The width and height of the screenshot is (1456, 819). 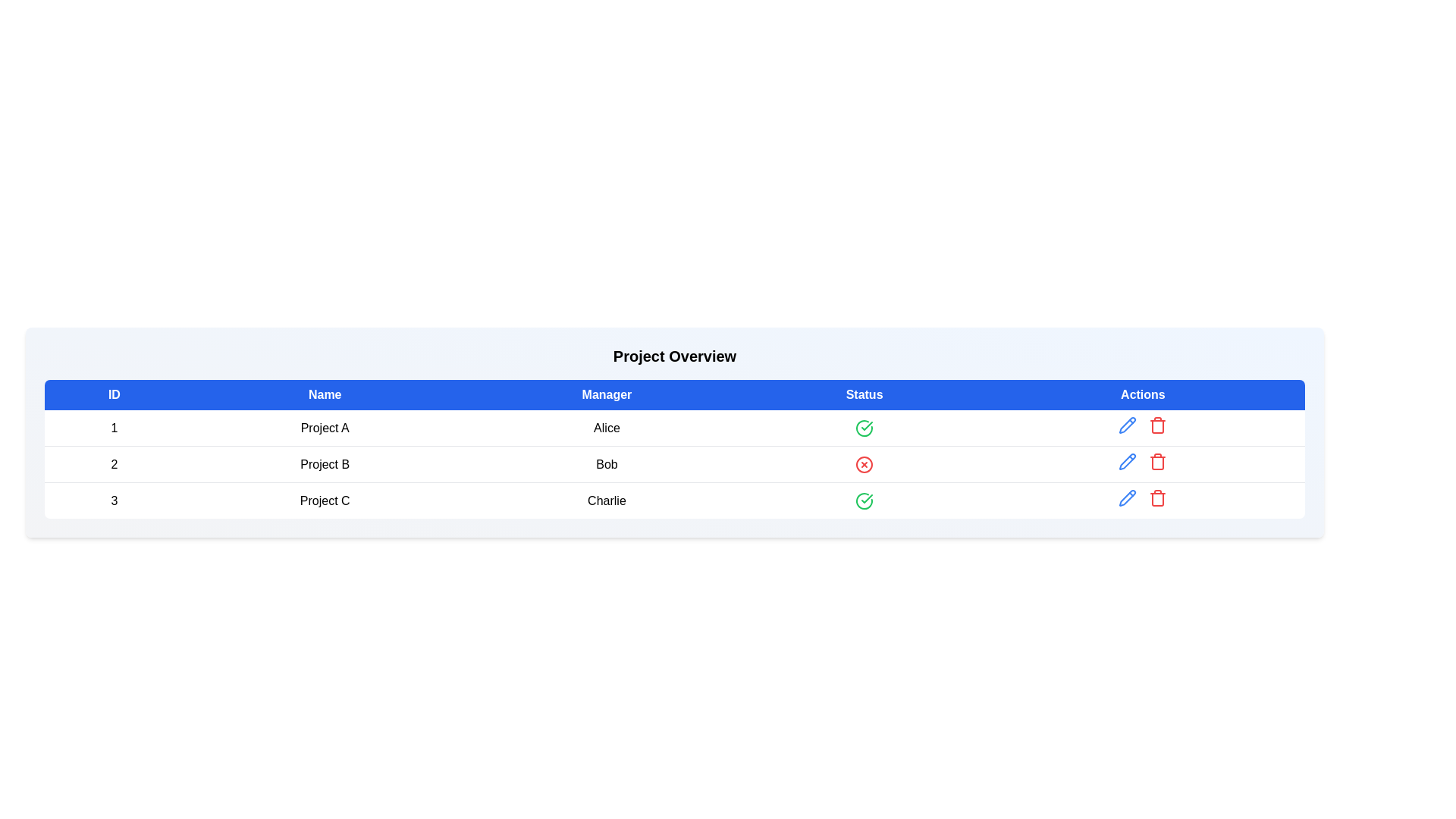 What do you see at coordinates (607, 500) in the screenshot?
I see `text content of the table cell containing the manager name 'Charlie' associated with 'Project C', located in the 'Manager' column of row ID '3'` at bounding box center [607, 500].